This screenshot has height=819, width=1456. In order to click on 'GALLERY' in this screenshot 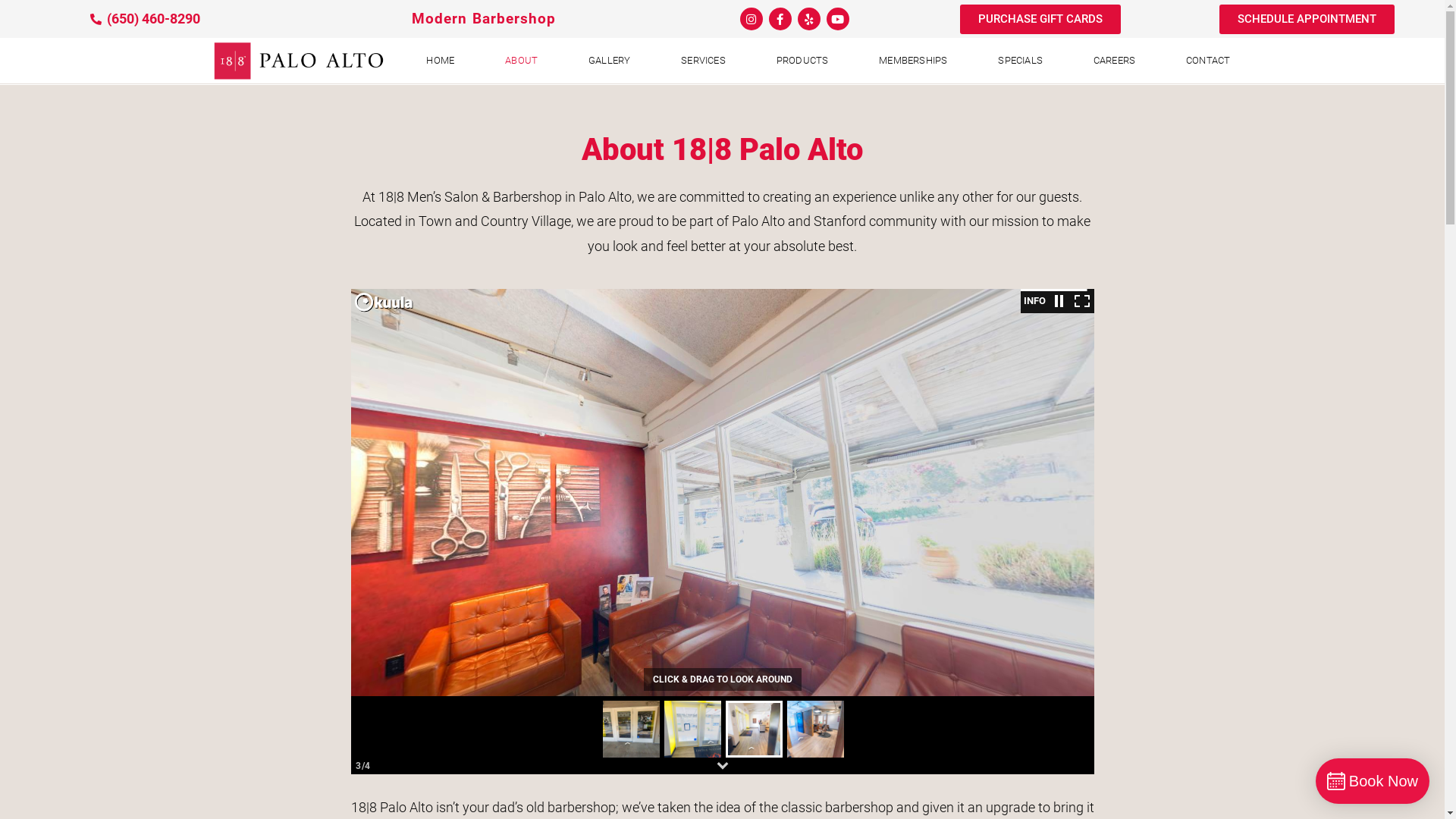, I will do `click(564, 60)`.